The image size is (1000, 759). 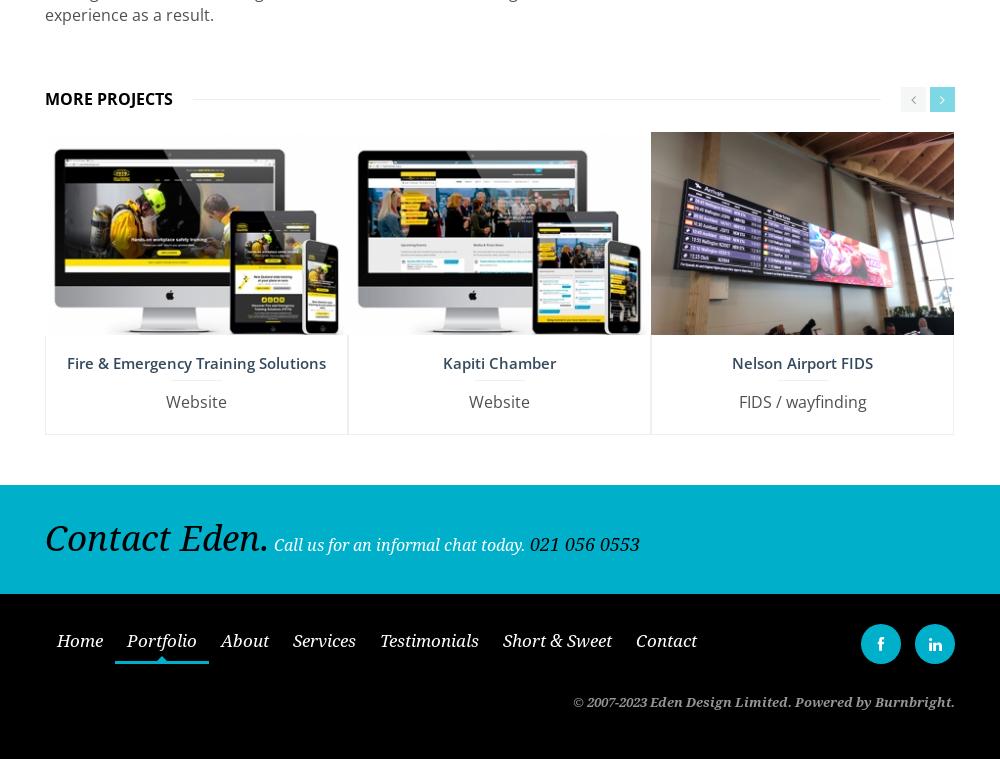 What do you see at coordinates (802, 353) in the screenshot?
I see `'Nelson Airport FIDS'` at bounding box center [802, 353].